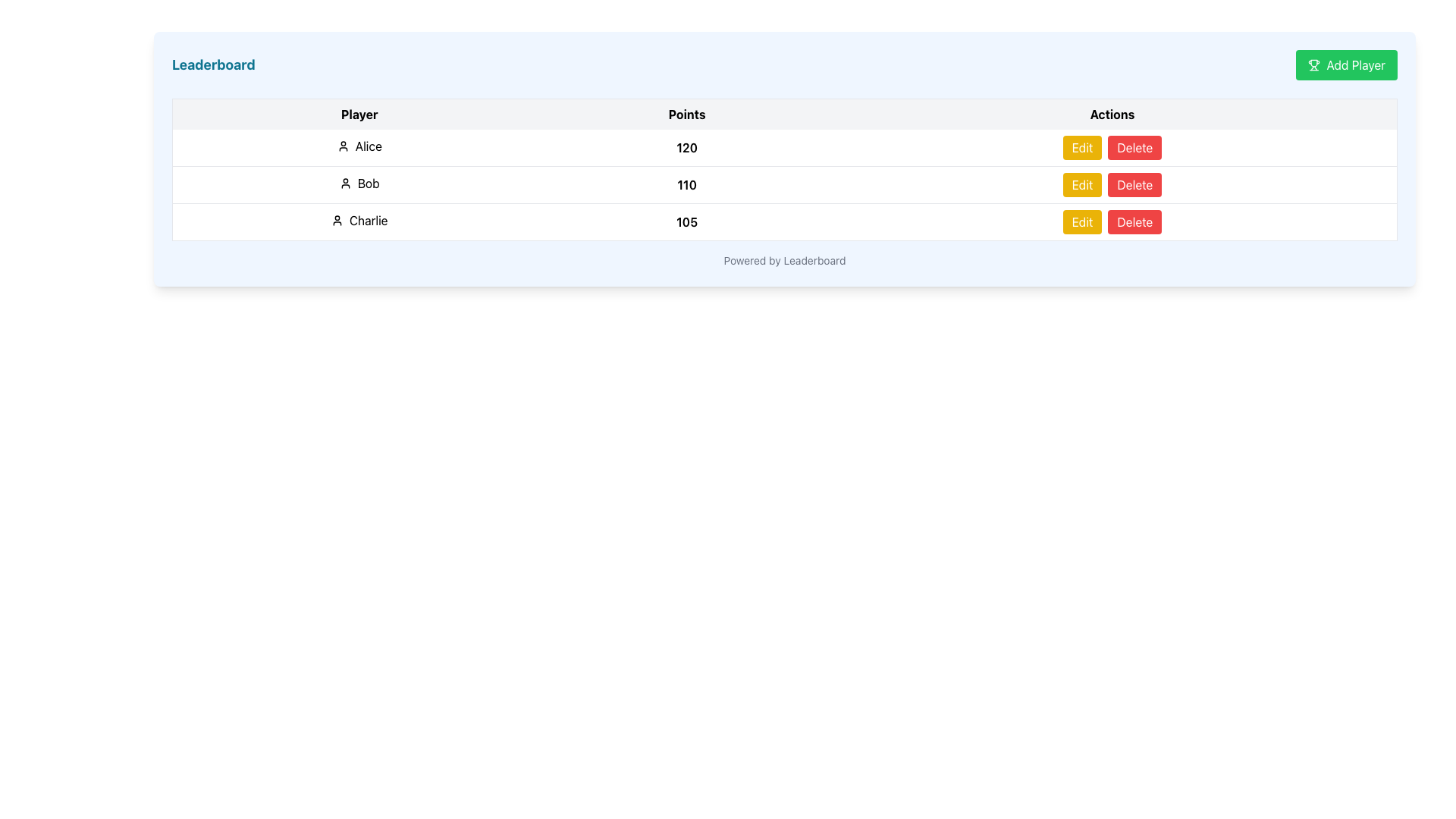 The width and height of the screenshot is (1456, 819). What do you see at coordinates (344, 183) in the screenshot?
I see `the user icon representing a generic avatar, which is a small circle with an abstract human figure outline, located in the cell containing the name 'Bob' in the 'Player' column` at bounding box center [344, 183].